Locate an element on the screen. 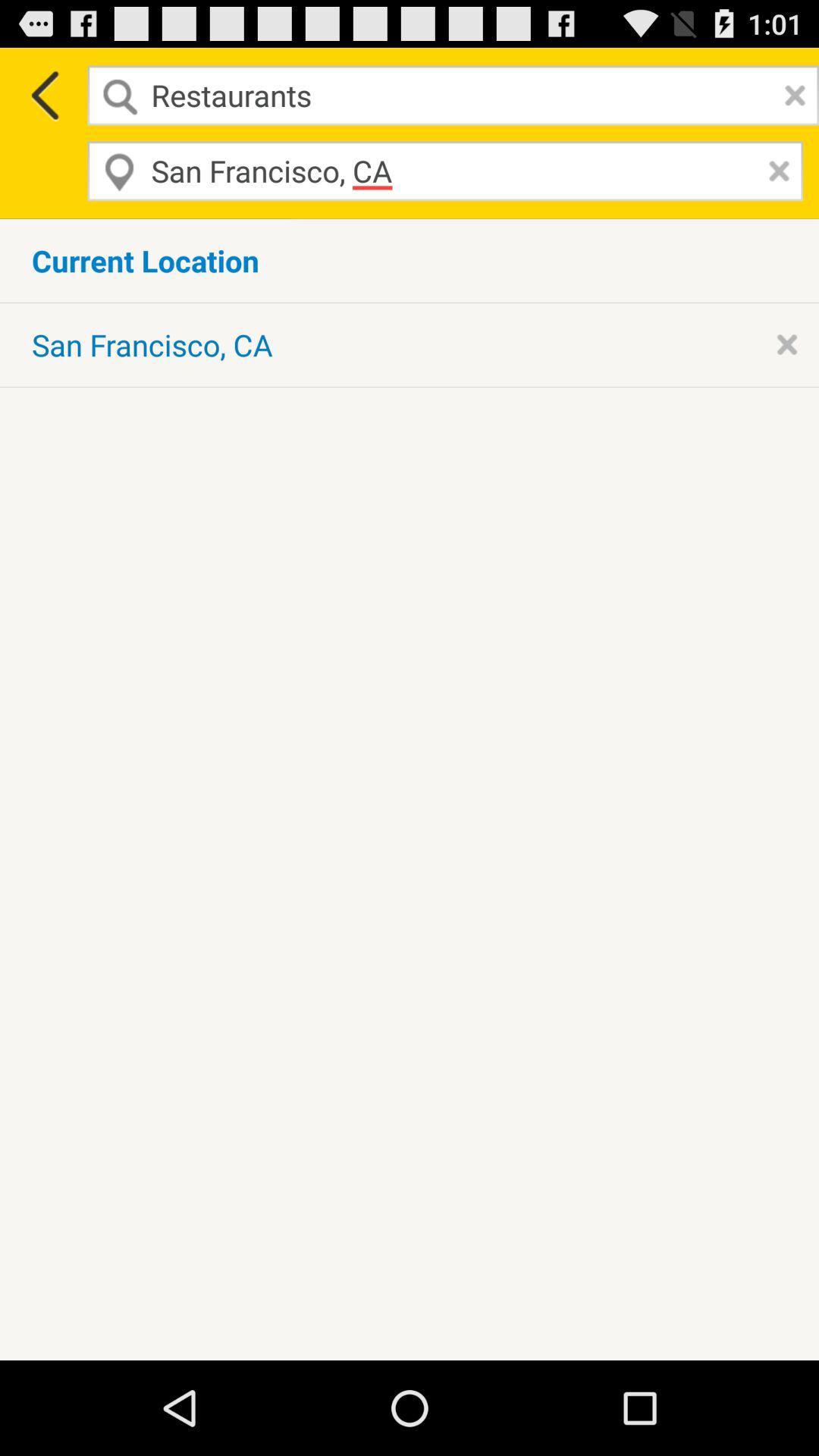 Image resolution: width=819 pixels, height=1456 pixels. cancel search is located at coordinates (790, 94).